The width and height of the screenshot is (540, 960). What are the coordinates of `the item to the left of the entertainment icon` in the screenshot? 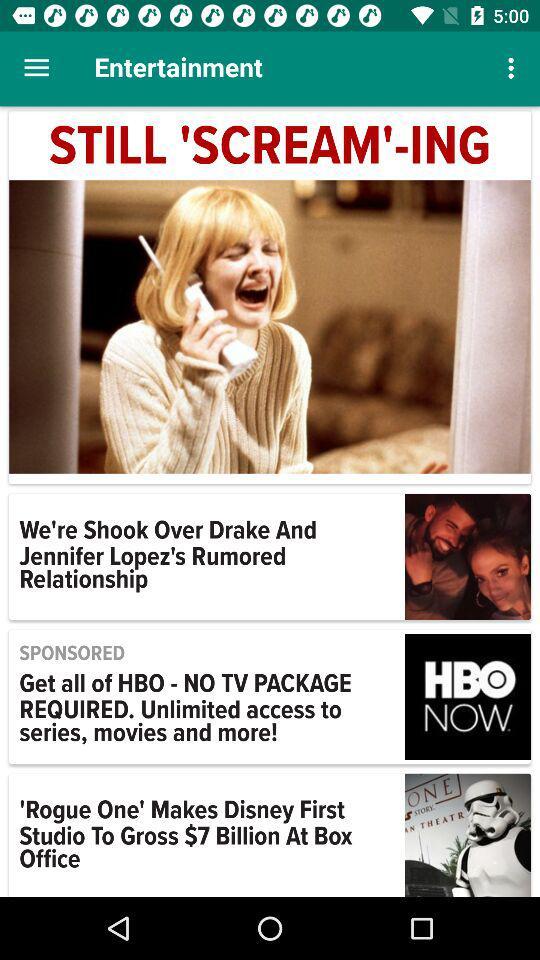 It's located at (36, 68).